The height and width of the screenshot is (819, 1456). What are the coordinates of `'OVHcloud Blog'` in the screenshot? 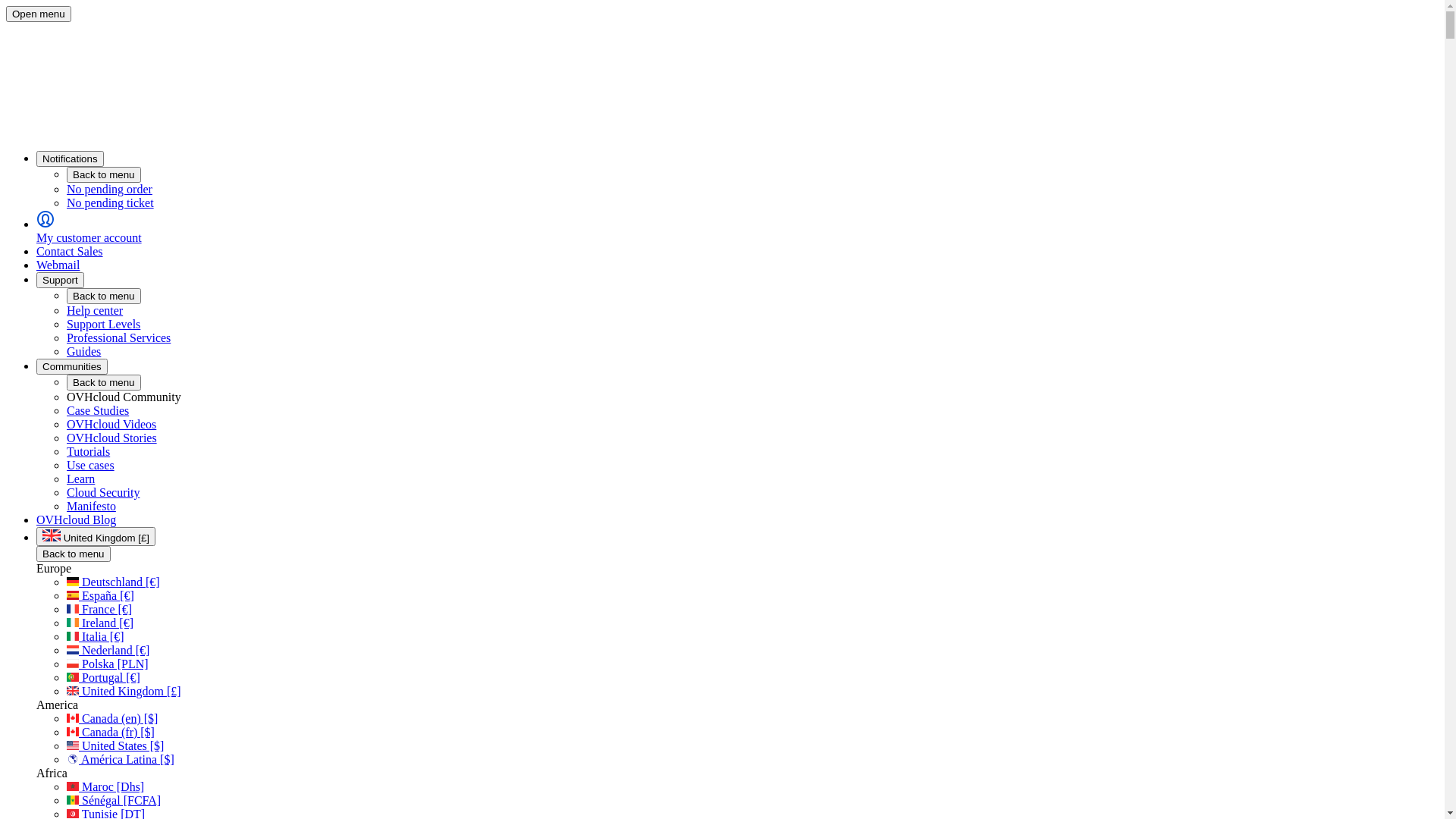 It's located at (36, 519).